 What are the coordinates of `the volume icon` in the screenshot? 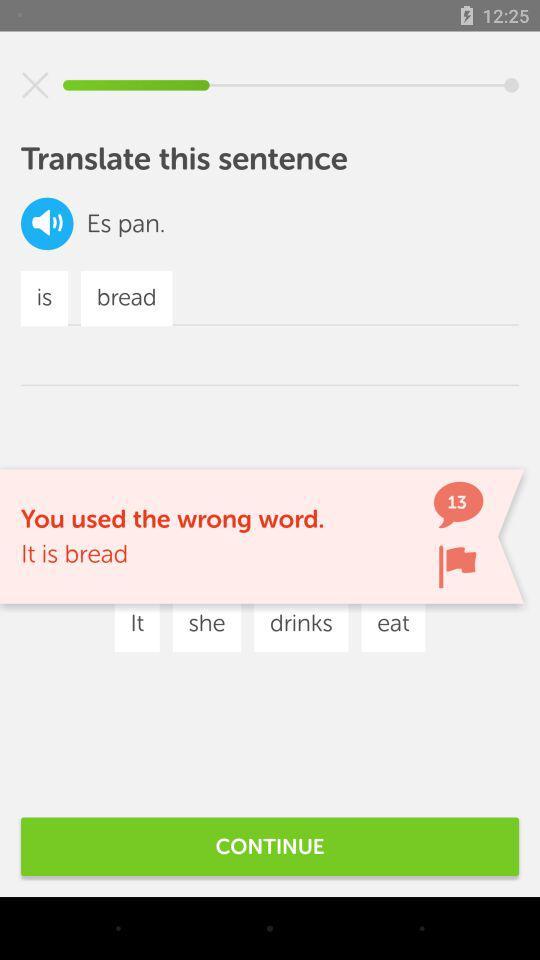 It's located at (47, 223).